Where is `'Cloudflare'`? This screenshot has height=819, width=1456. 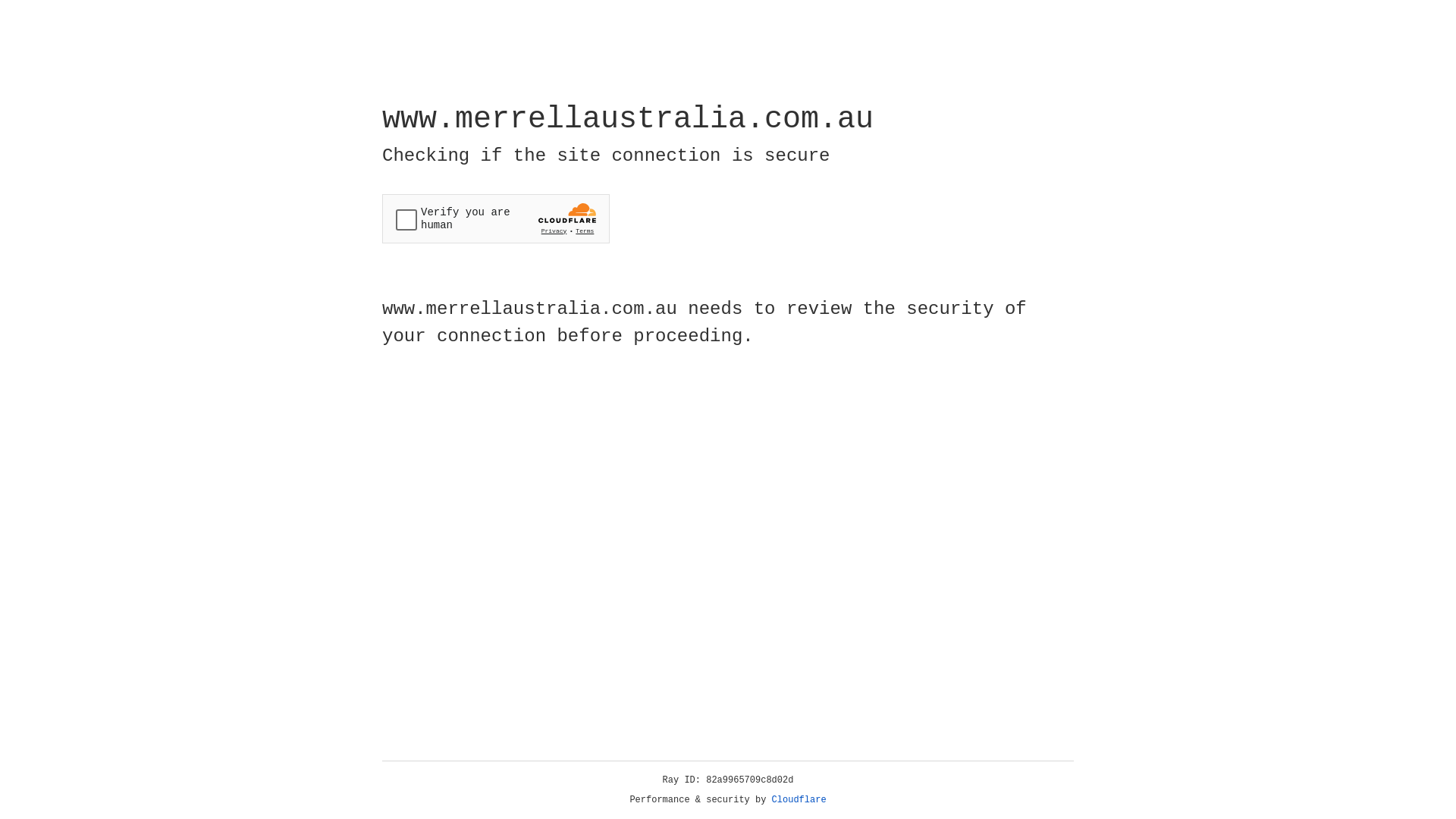
'Cloudflare' is located at coordinates (799, 799).